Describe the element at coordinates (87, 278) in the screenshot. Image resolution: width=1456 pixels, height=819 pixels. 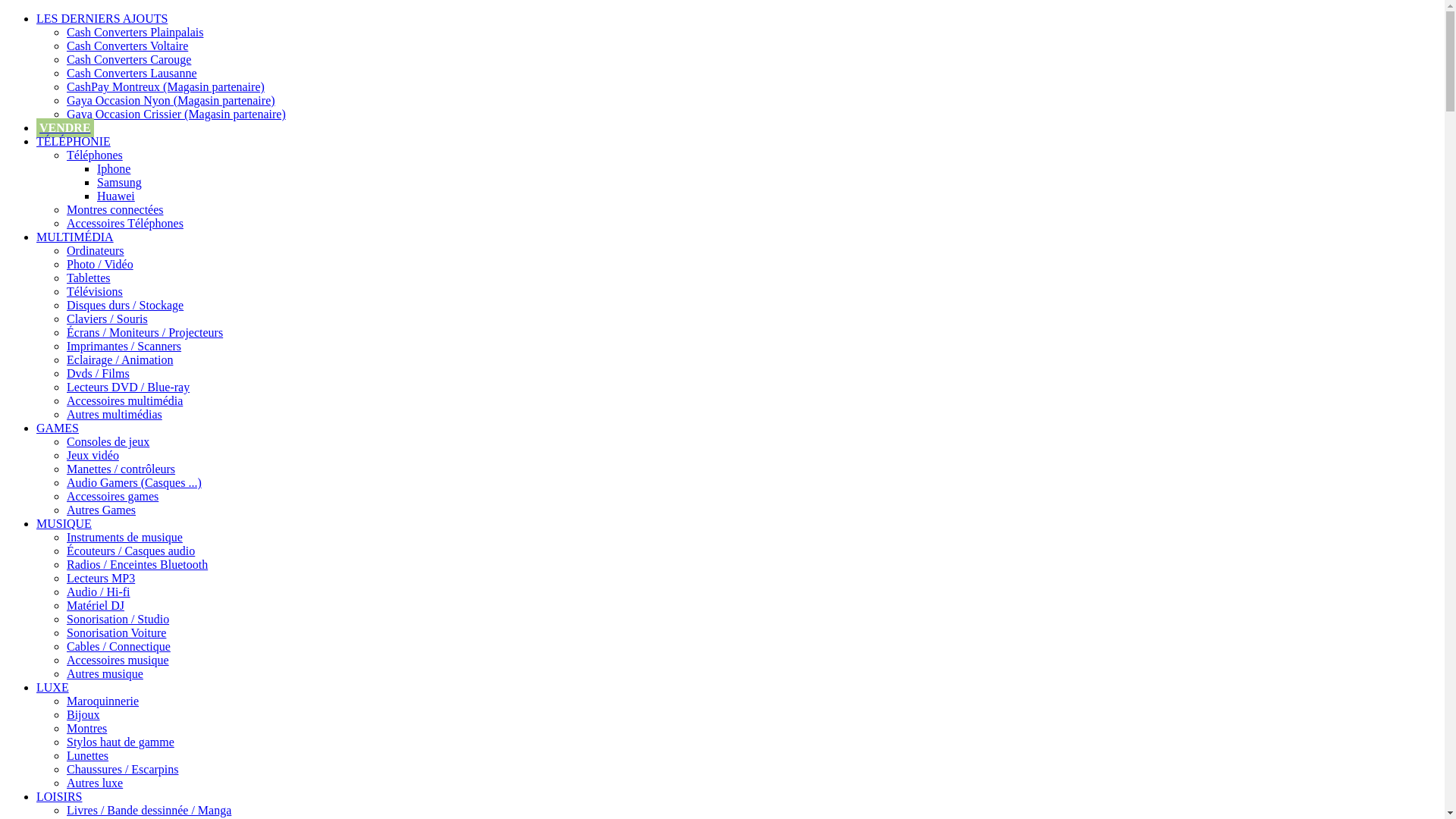
I see `'Tablettes'` at that location.